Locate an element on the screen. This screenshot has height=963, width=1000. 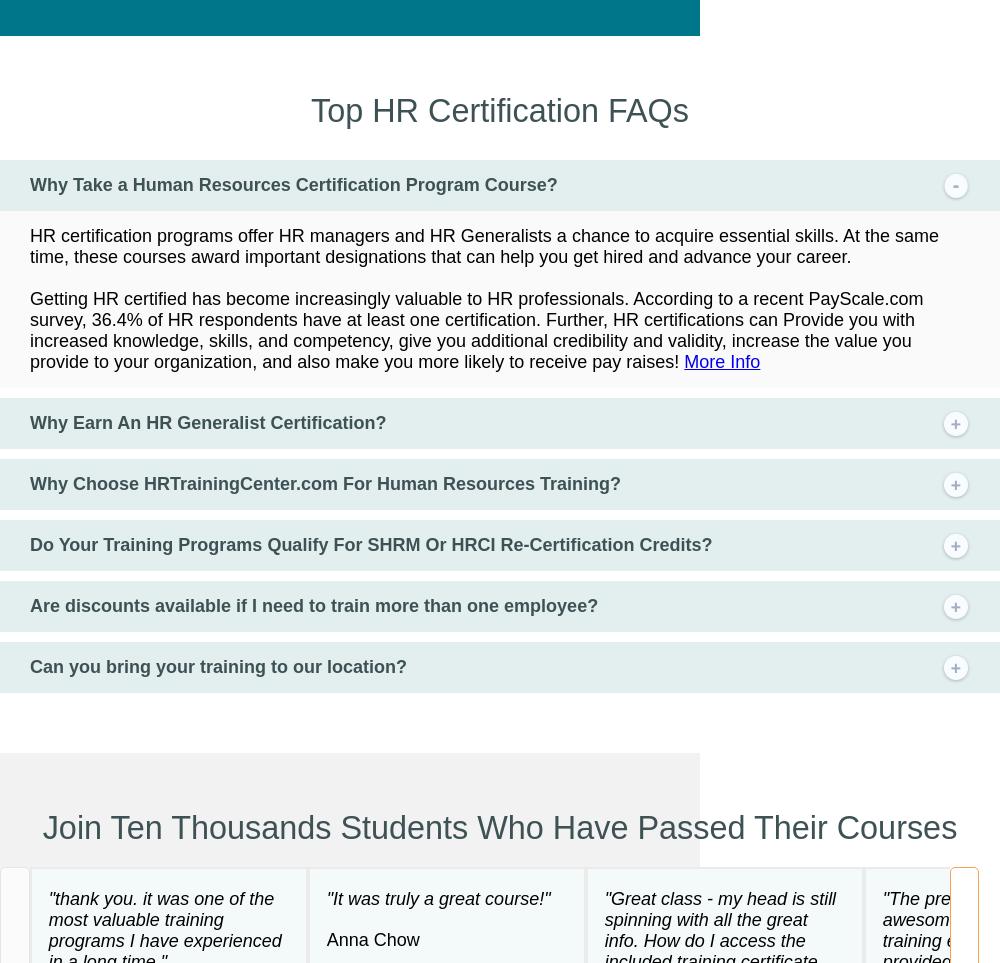
'Do Your Training Programs Qualify For SHRM Or HRCI Re-Certification Credits?' is located at coordinates (370, 542).